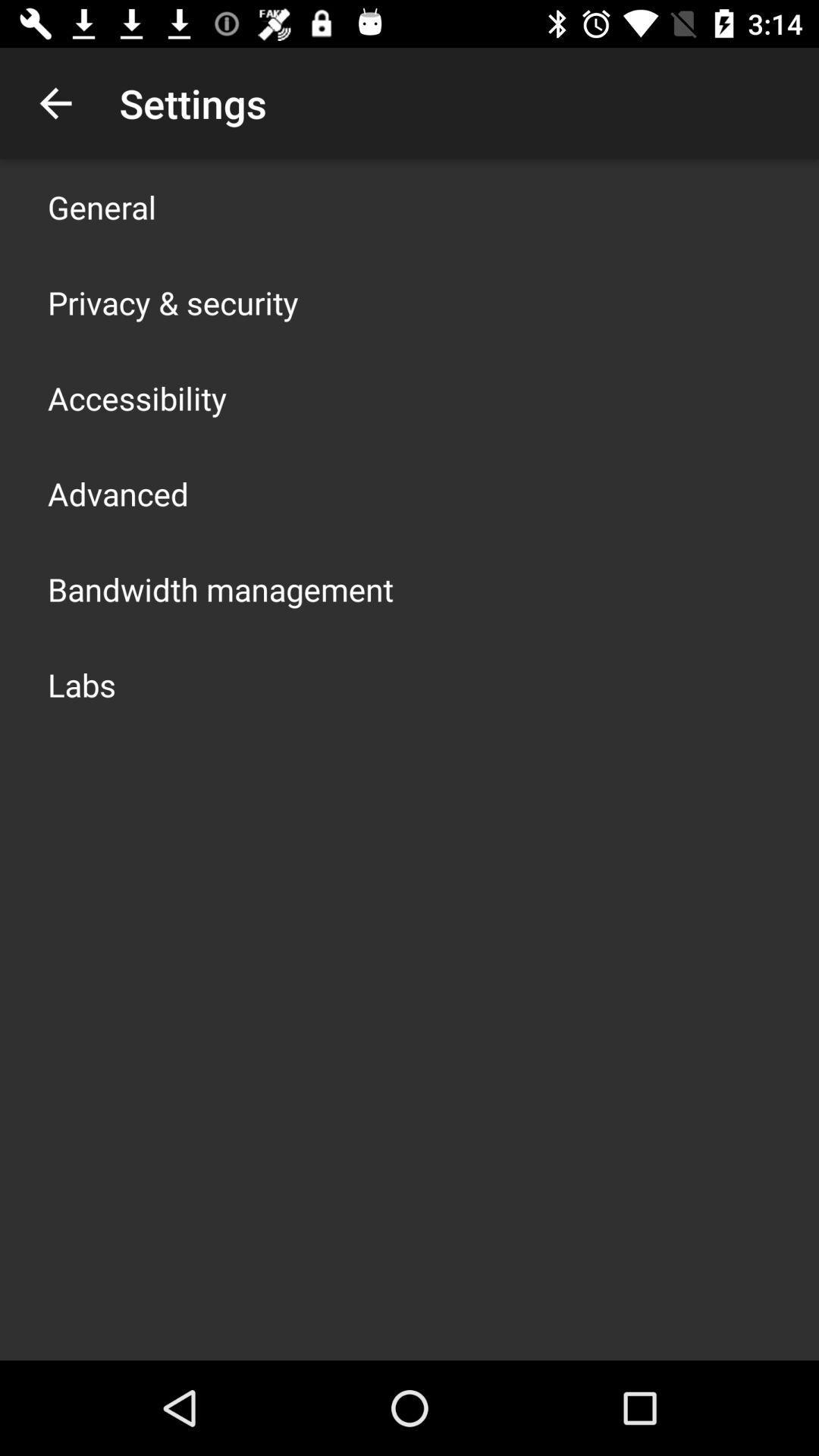  What do you see at coordinates (55, 102) in the screenshot?
I see `item above general` at bounding box center [55, 102].